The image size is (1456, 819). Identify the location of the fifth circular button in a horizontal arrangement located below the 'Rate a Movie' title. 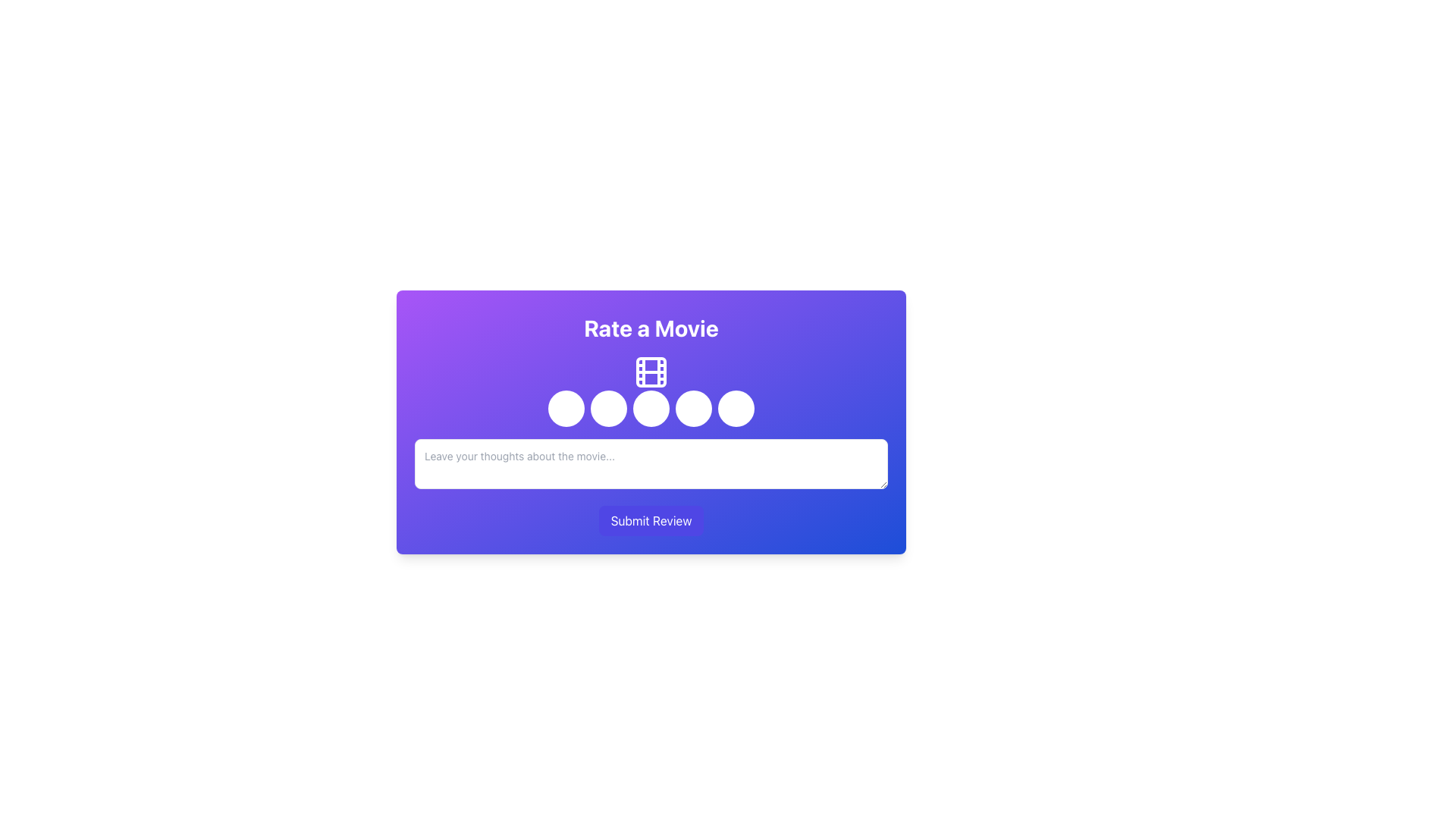
(693, 408).